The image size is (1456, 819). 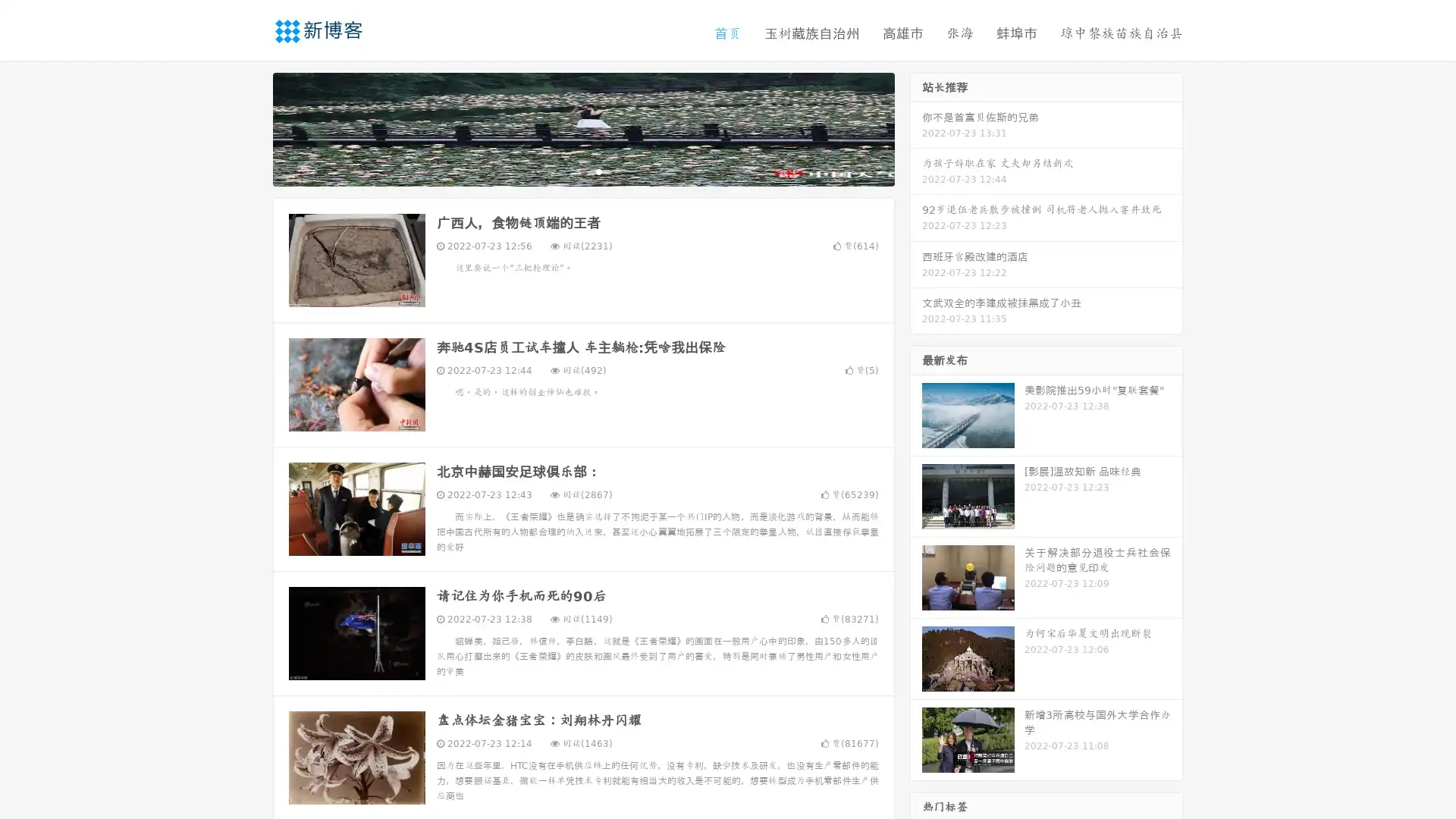 I want to click on Go to slide 1, so click(x=567, y=171).